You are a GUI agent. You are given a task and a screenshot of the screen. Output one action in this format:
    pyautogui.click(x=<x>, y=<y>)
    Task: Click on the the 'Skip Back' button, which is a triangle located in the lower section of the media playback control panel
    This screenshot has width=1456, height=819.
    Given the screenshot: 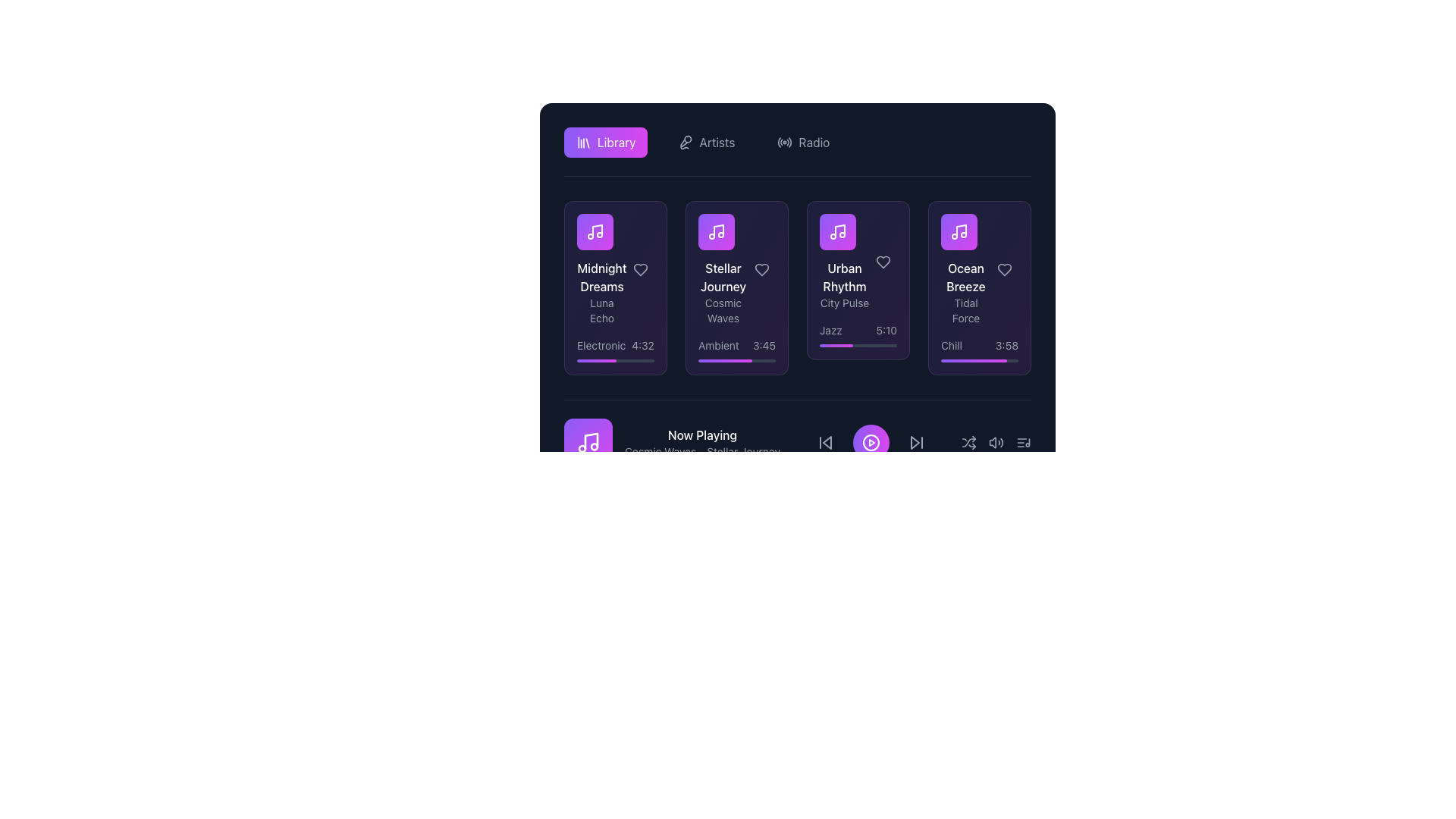 What is the action you would take?
    pyautogui.click(x=826, y=442)
    